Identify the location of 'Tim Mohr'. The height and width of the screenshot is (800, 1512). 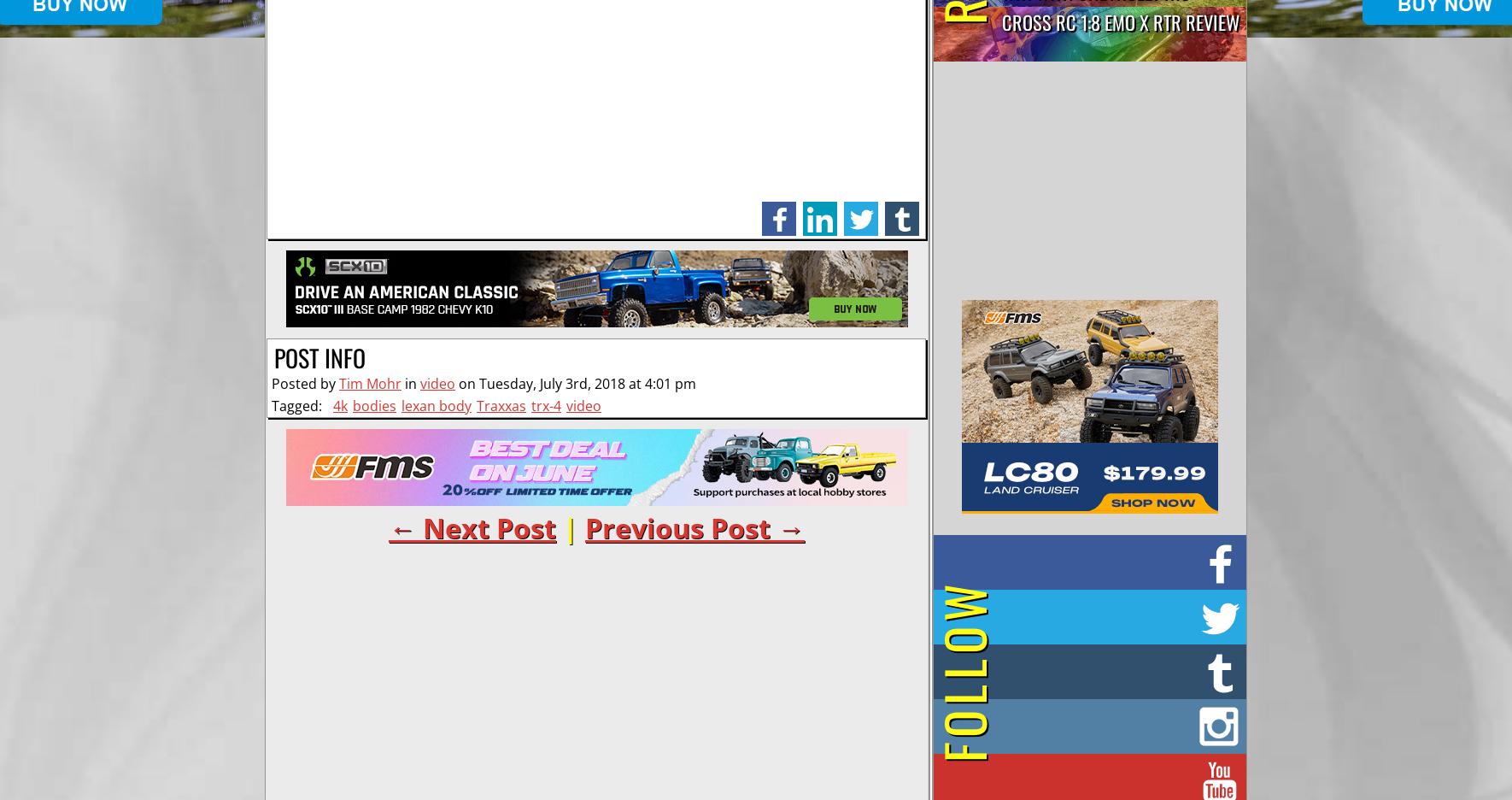
(338, 383).